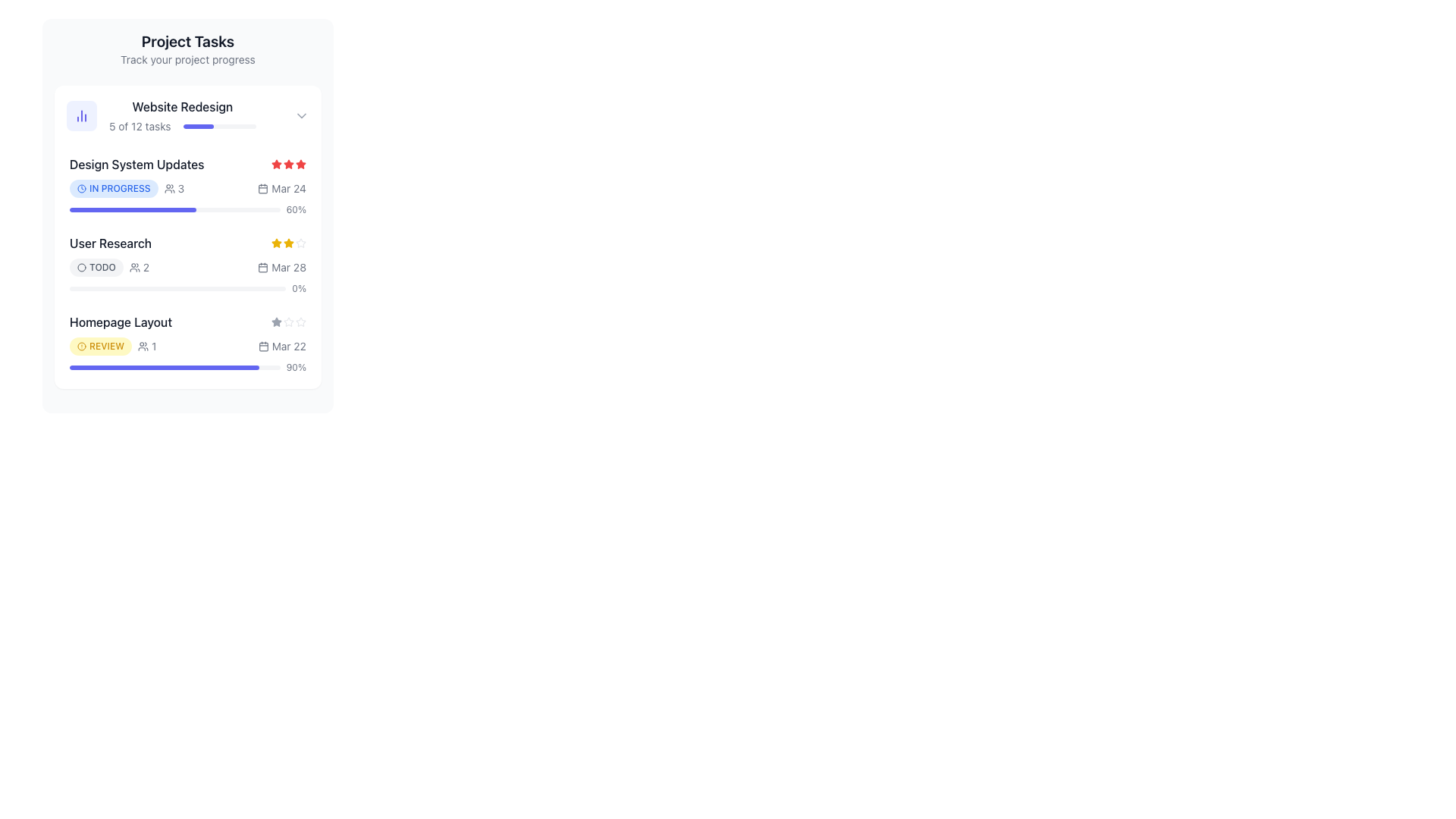 The image size is (1456, 819). What do you see at coordinates (110, 242) in the screenshot?
I see `text label displaying 'User Research', which is a bold dark gray title located within the task list structure, above 'Homepage Layout' and below 'Design System Updates'` at bounding box center [110, 242].